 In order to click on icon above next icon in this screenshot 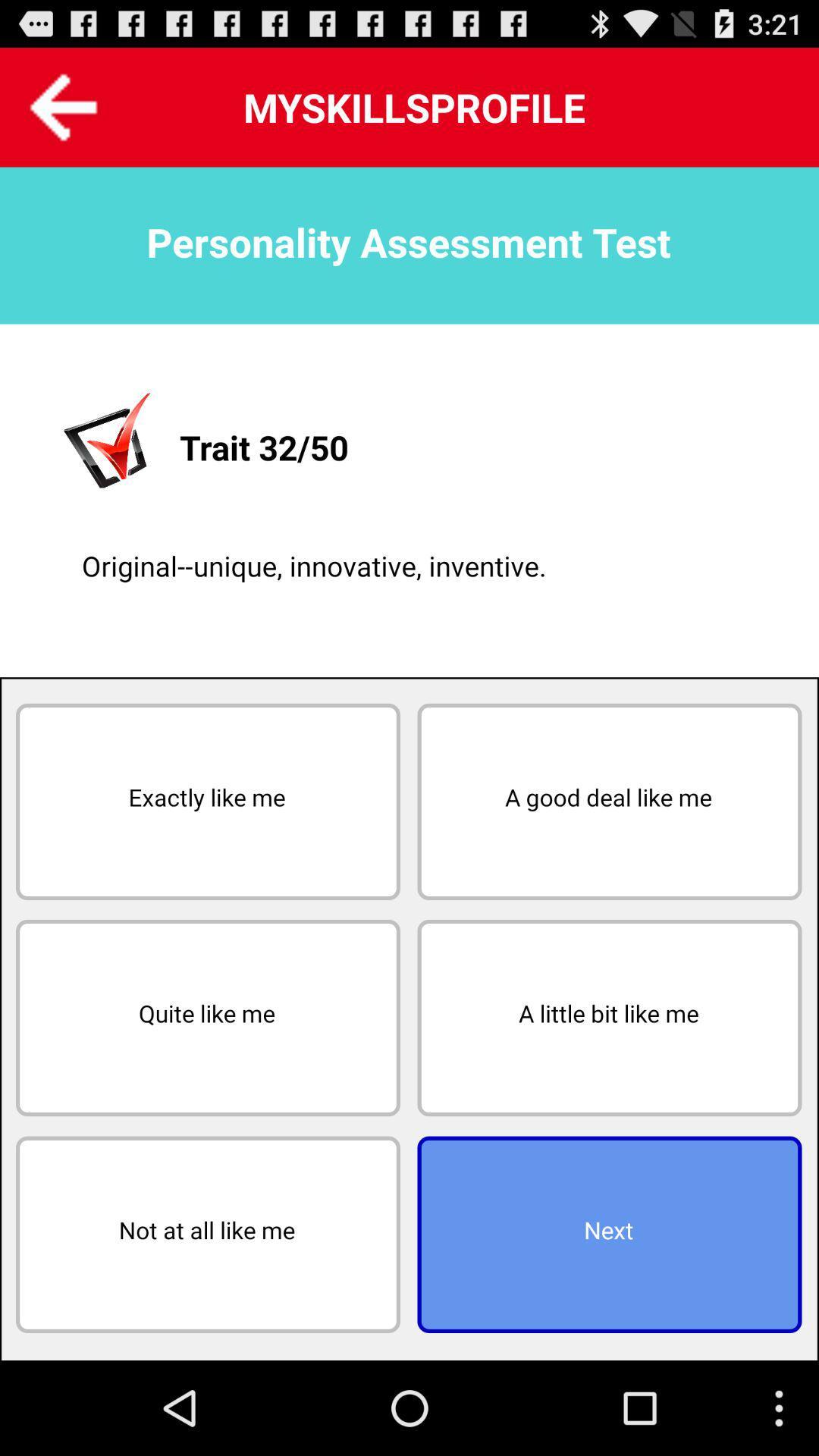, I will do `click(608, 1018)`.